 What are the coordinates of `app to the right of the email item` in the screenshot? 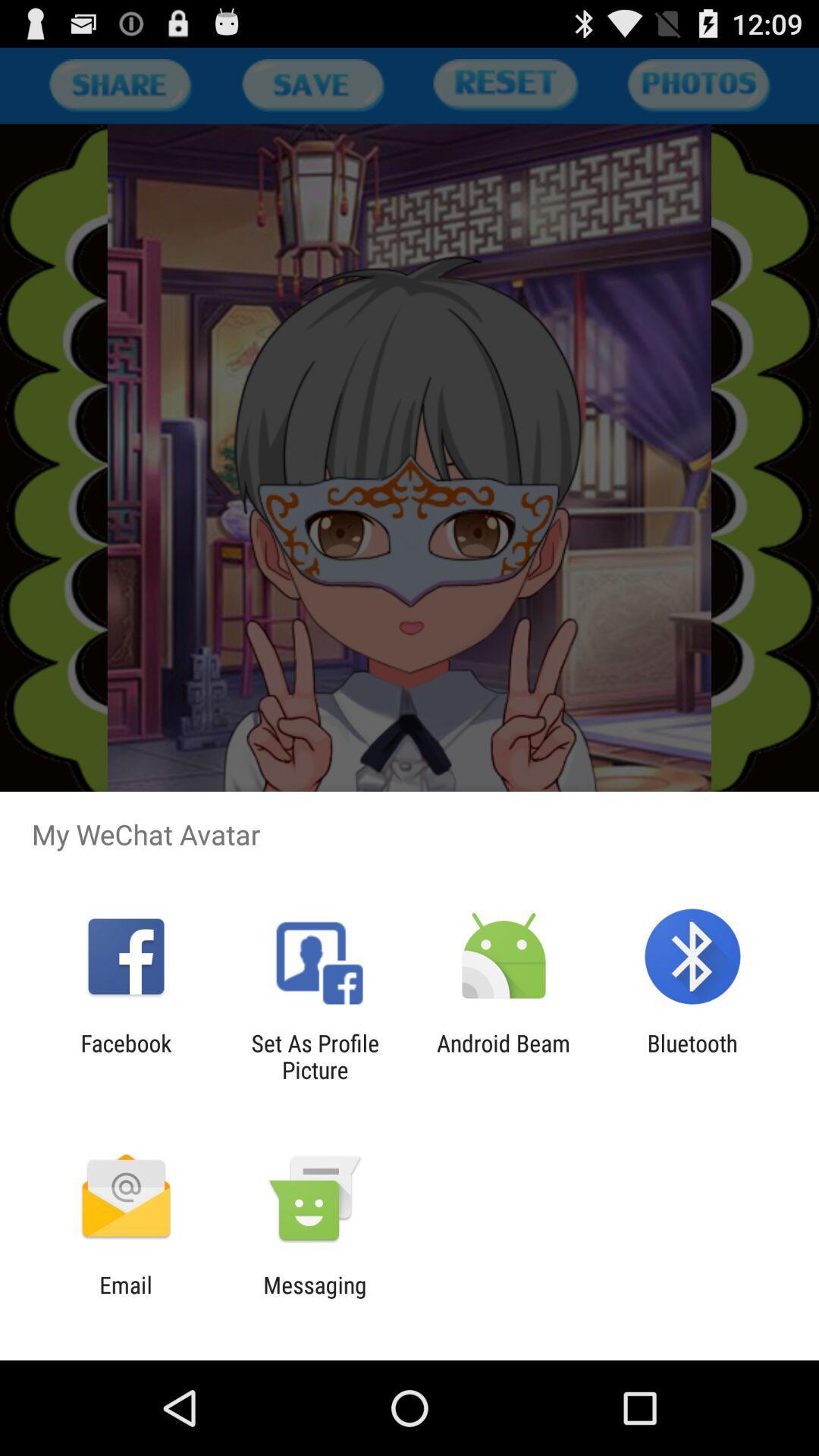 It's located at (314, 1298).